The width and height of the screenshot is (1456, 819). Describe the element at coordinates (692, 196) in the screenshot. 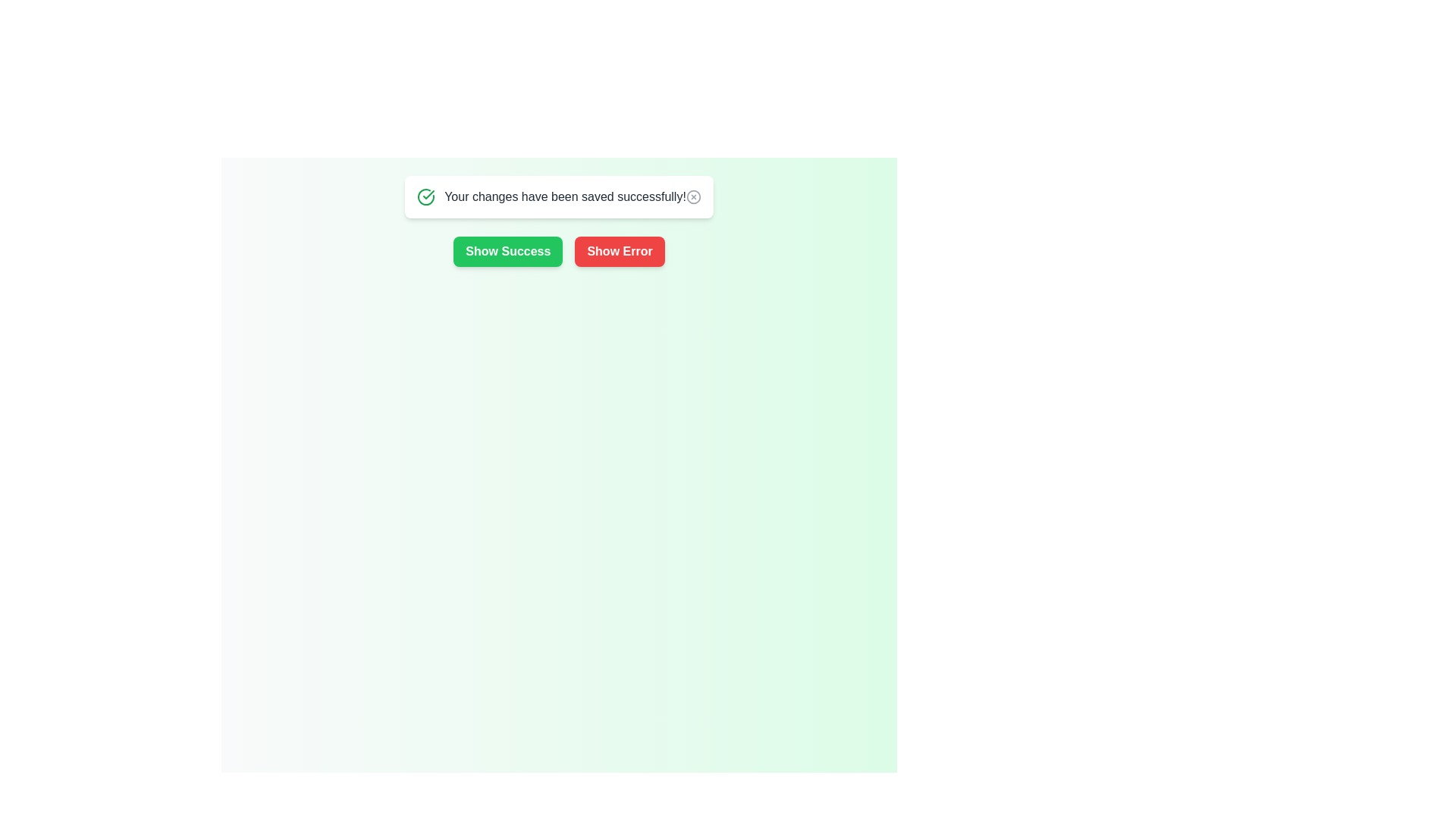

I see `close icon on the snackbar to dismiss it` at that location.